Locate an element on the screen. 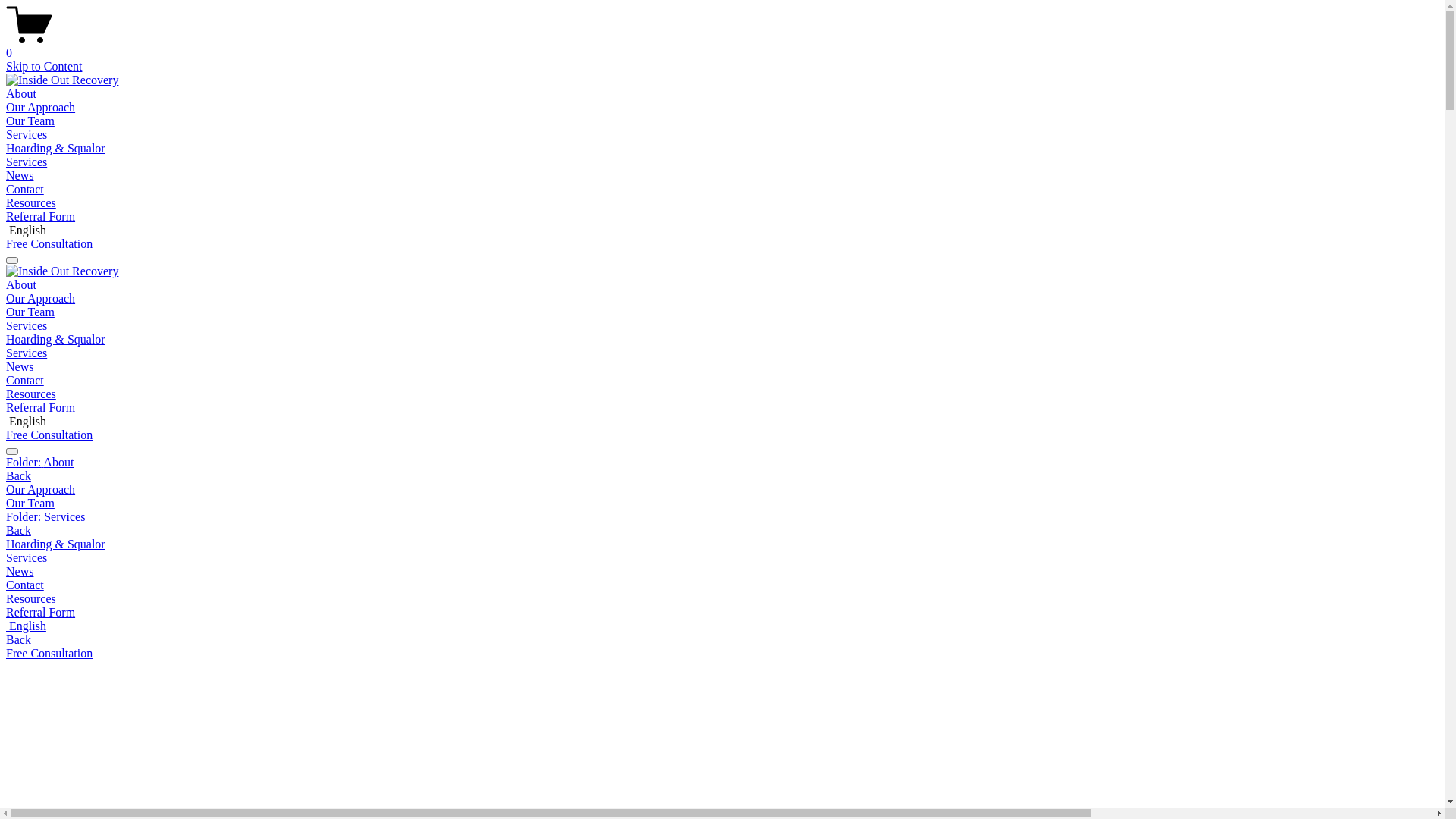  'Our Approach' is located at coordinates (40, 106).